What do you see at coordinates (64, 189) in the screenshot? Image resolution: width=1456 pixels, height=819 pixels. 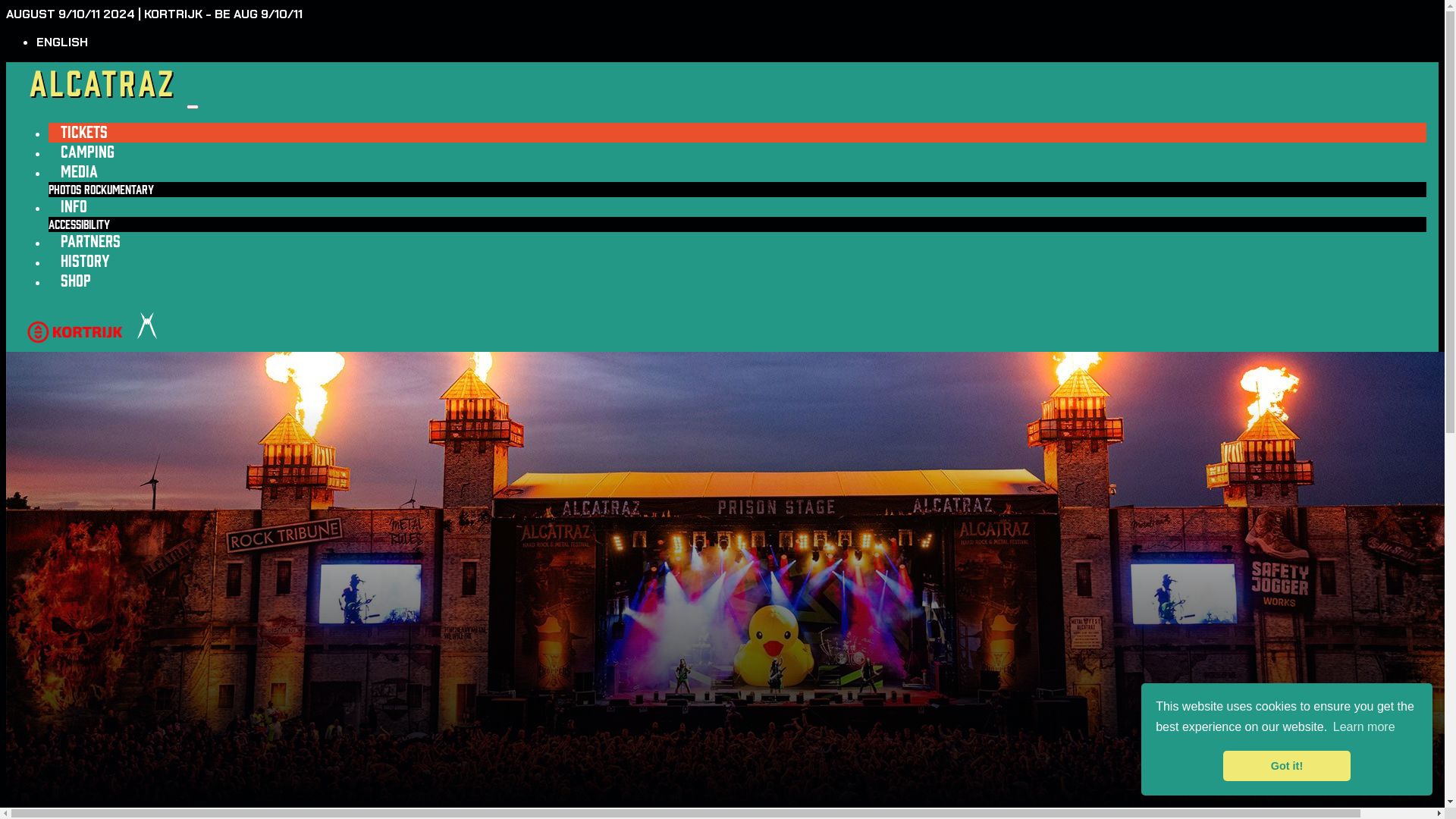 I see `'PHOTOS'` at bounding box center [64, 189].